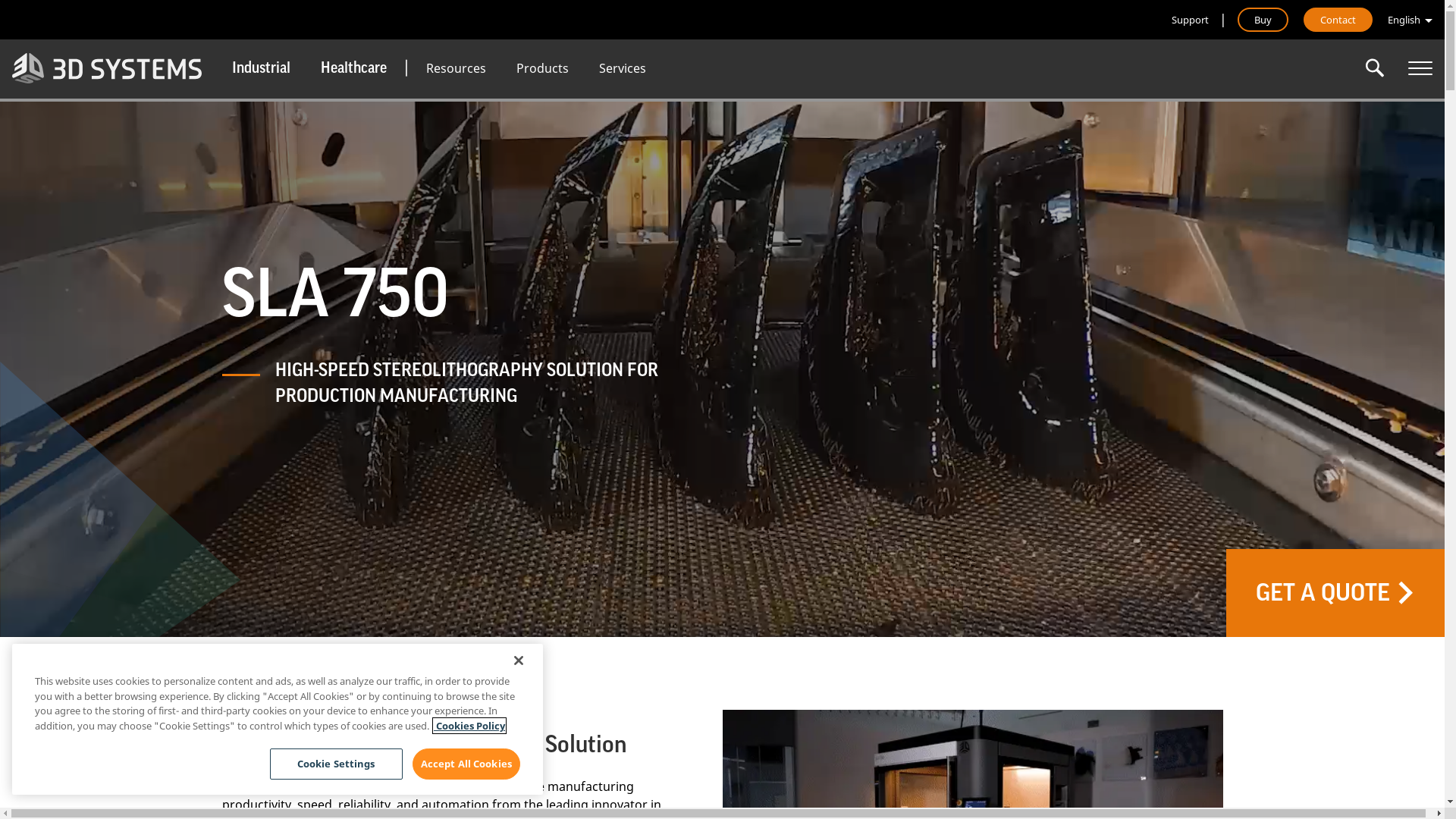 Image resolution: width=1456 pixels, height=819 pixels. Describe the element at coordinates (412, 764) in the screenshot. I see `'Accept All Cookies'` at that location.